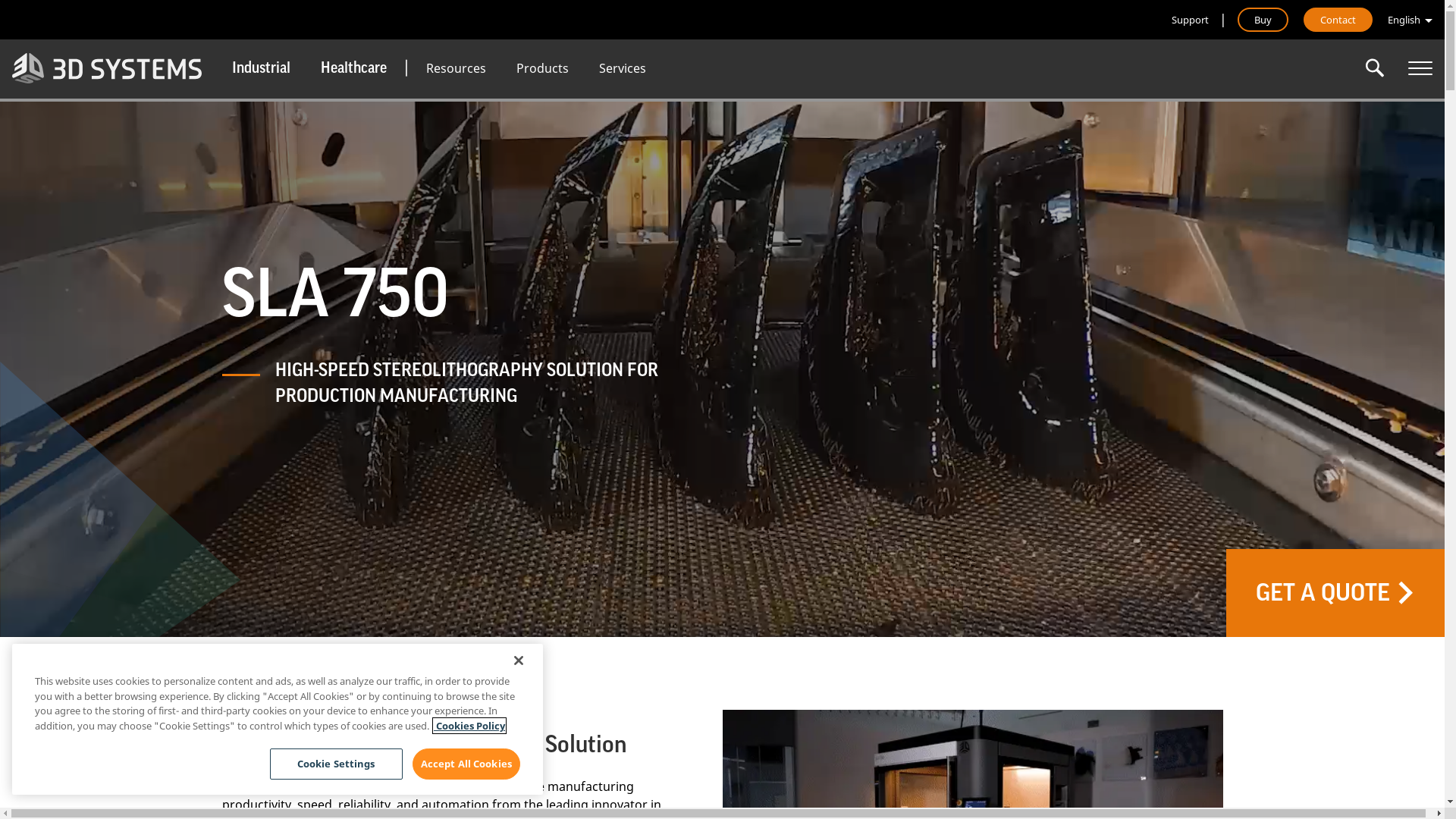 Image resolution: width=1456 pixels, height=819 pixels. Describe the element at coordinates (412, 764) in the screenshot. I see `'Accept All Cookies'` at that location.